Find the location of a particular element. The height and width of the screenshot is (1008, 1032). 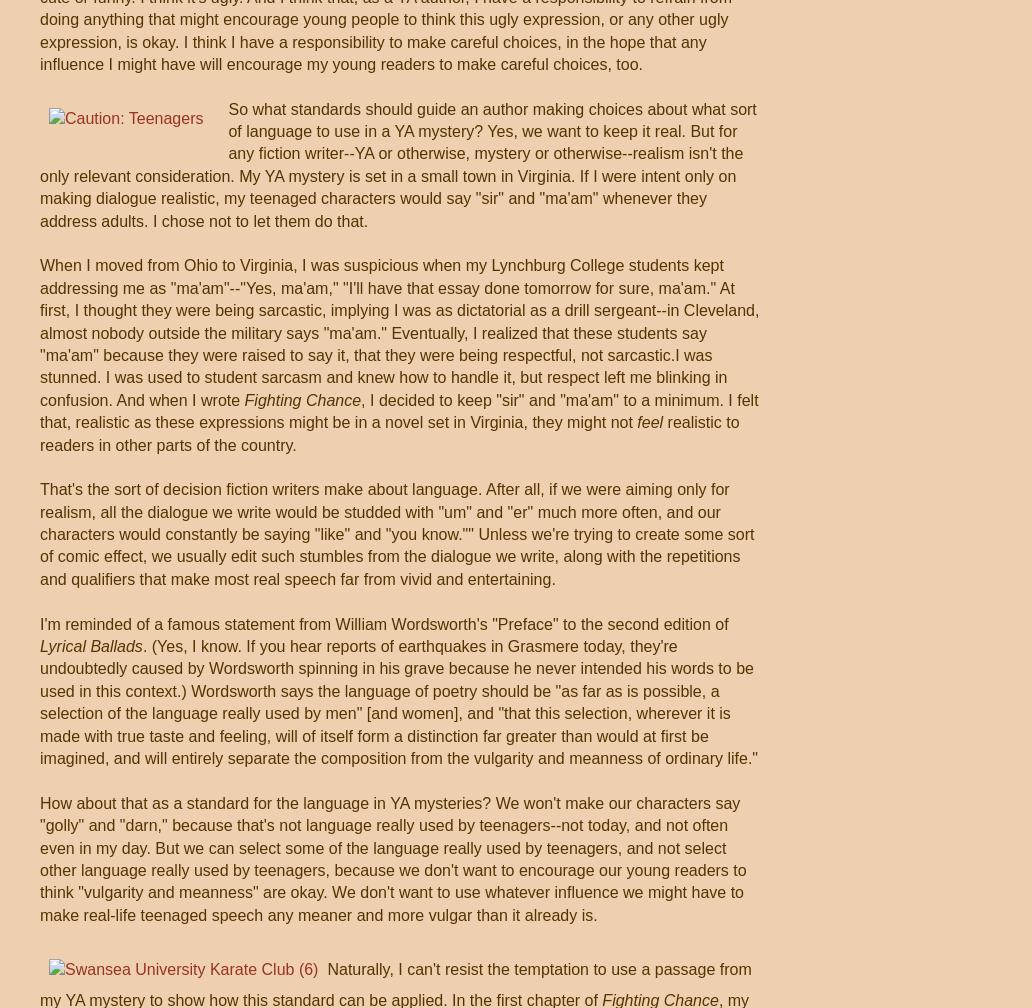

'.
 (Yes, I know. If you hear reports of earthquakes in Grasmere today, 
they're undoubtedly caused by Wordsworth spinning in his grave because 
he never intended his words to be used in this context.) Wordsworth says
 the language of poetry should be "as far as is possible, a selection of
 the language really used by men" [and women], and "that this selection,
 wherever it is made with true taste and feeling, will of itself form a 
distinction far greater than would at first be imagined, and will 
entirely separate the composition from the vulgarity and meanness of 
ordinary life."' is located at coordinates (397, 702).